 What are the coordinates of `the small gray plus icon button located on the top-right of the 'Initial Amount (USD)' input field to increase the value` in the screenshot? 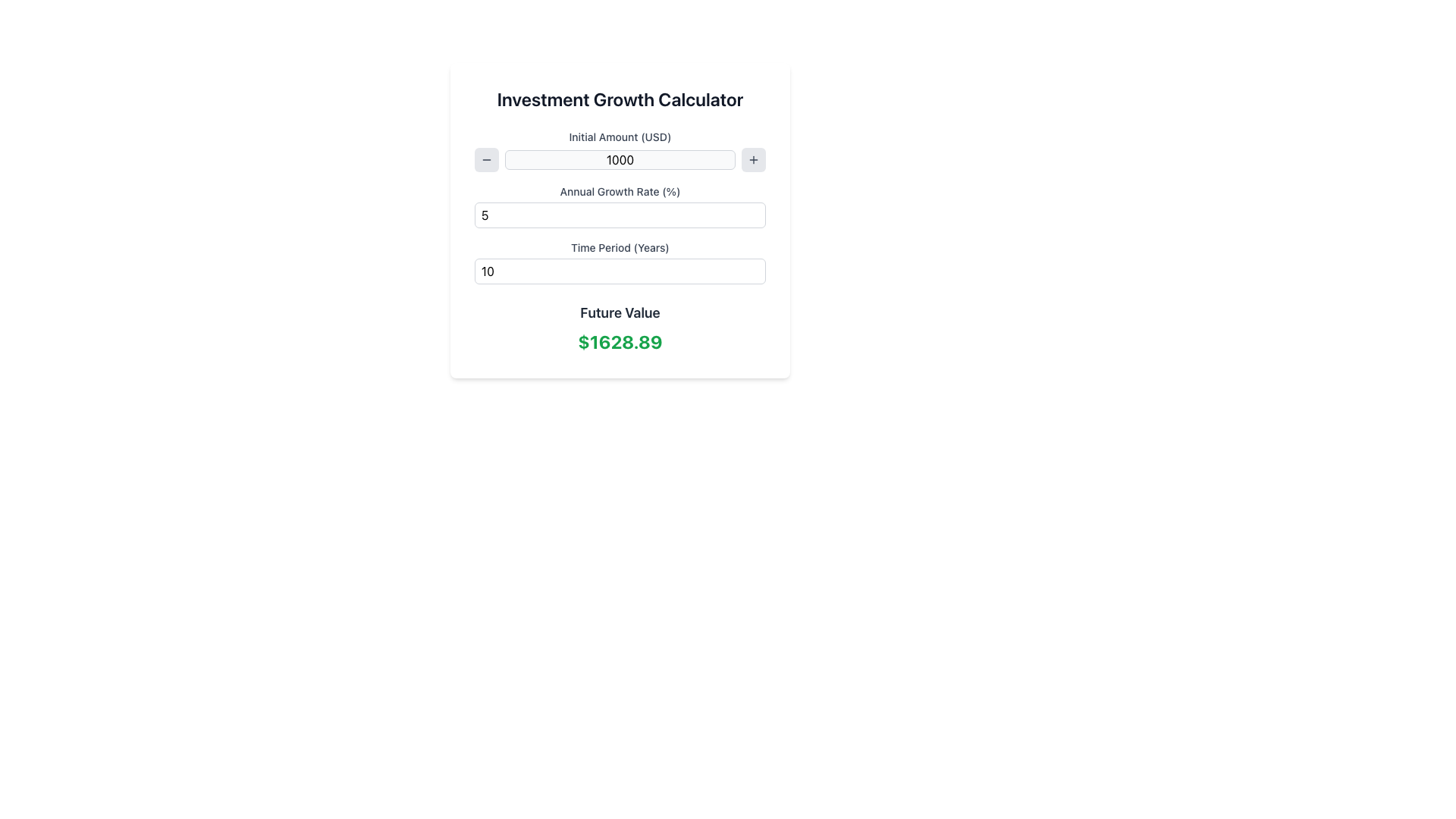 It's located at (753, 160).